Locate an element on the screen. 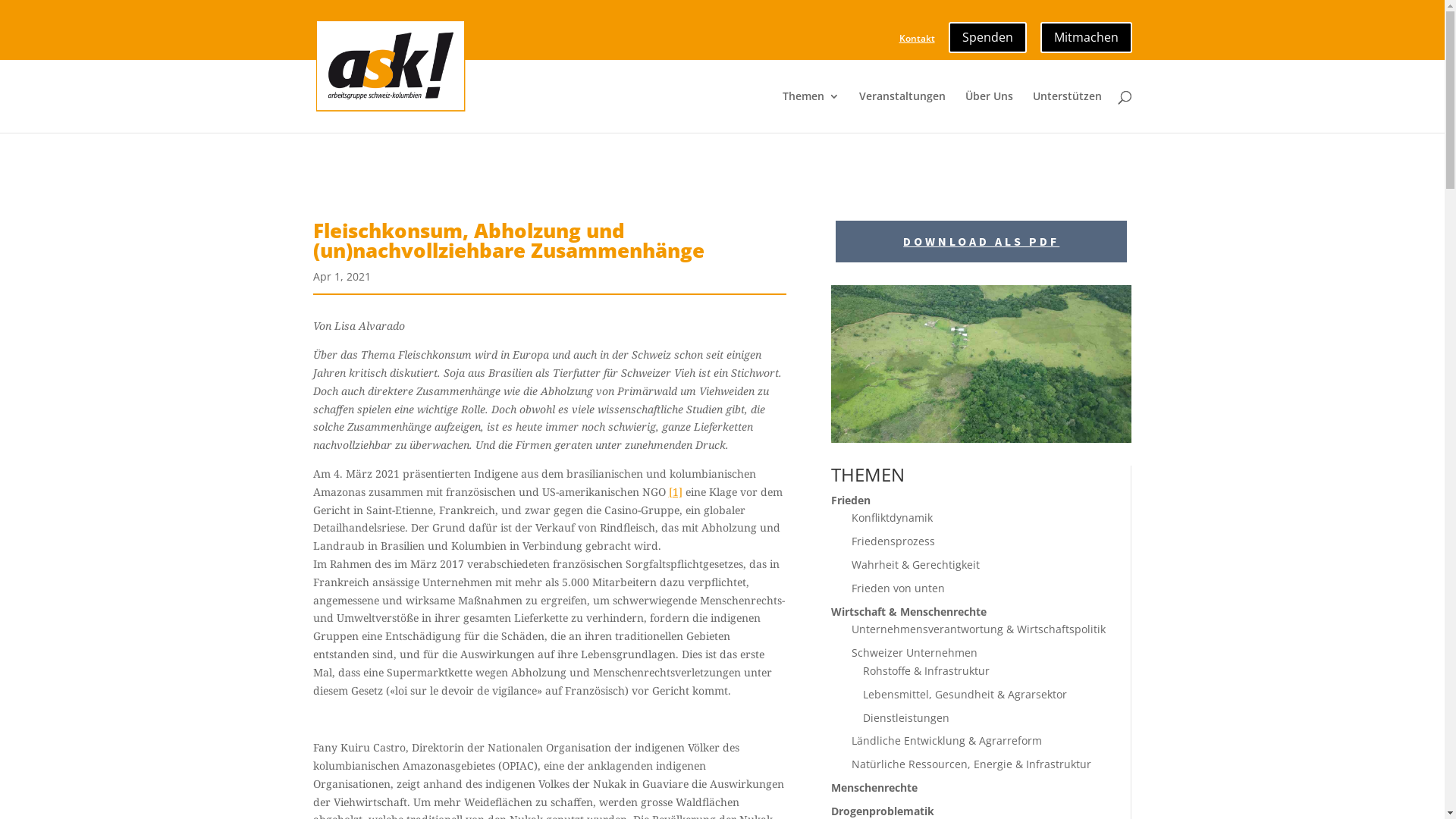  'Drogenproblematik' is located at coordinates (882, 810).